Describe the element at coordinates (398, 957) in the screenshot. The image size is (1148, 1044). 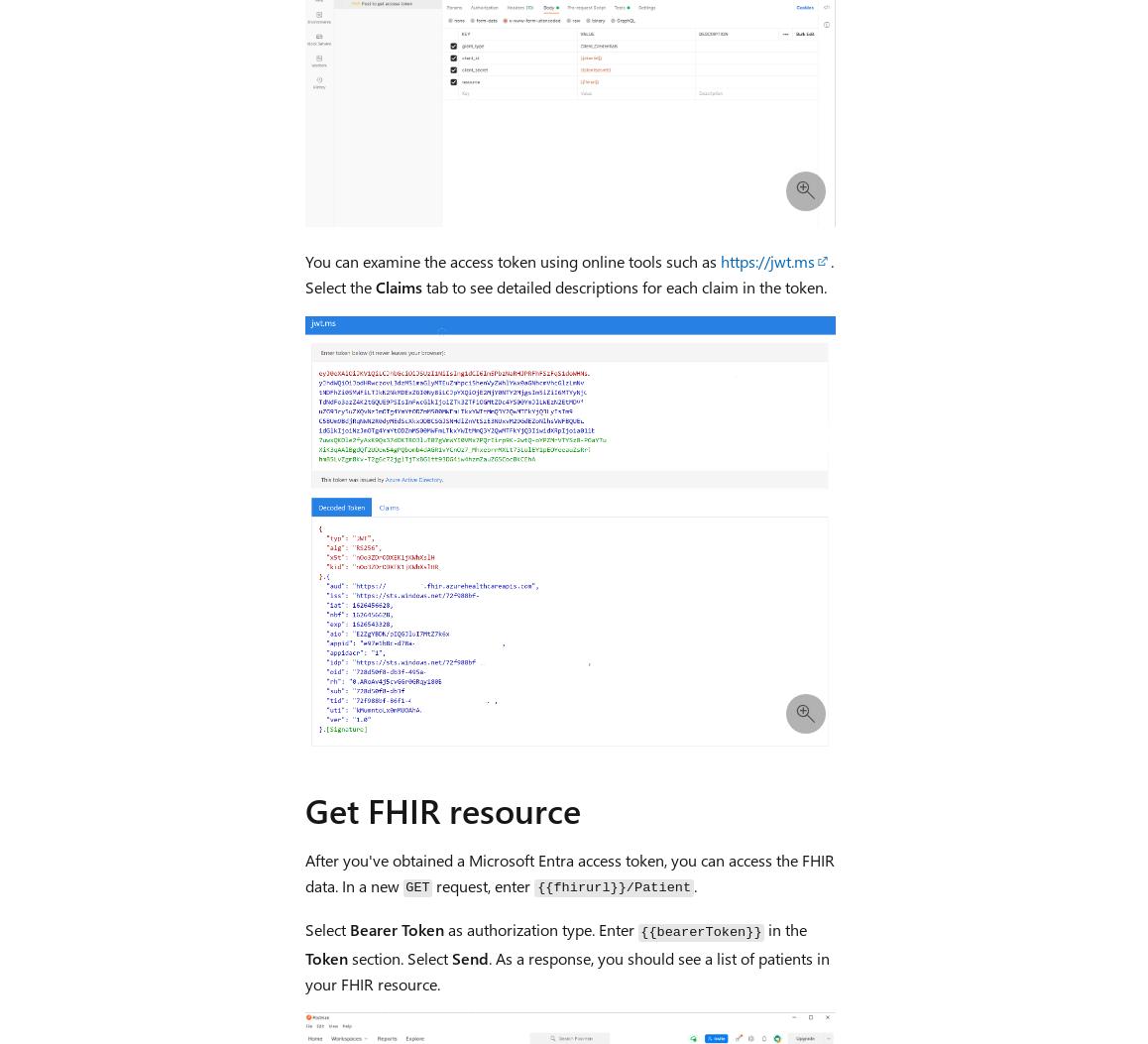
I see `'section. Select'` at that location.